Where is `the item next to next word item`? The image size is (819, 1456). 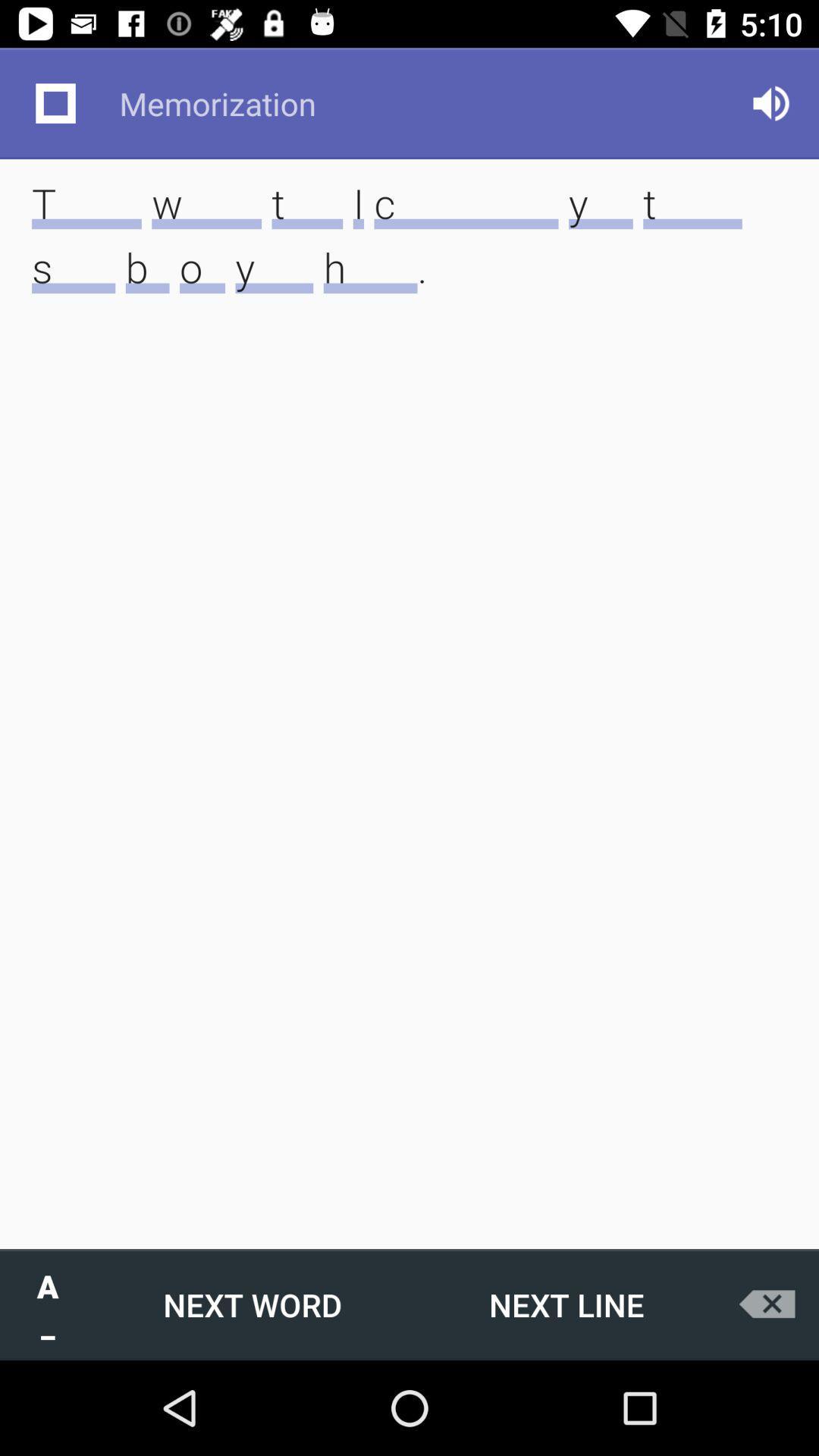 the item next to next word item is located at coordinates (566, 1304).